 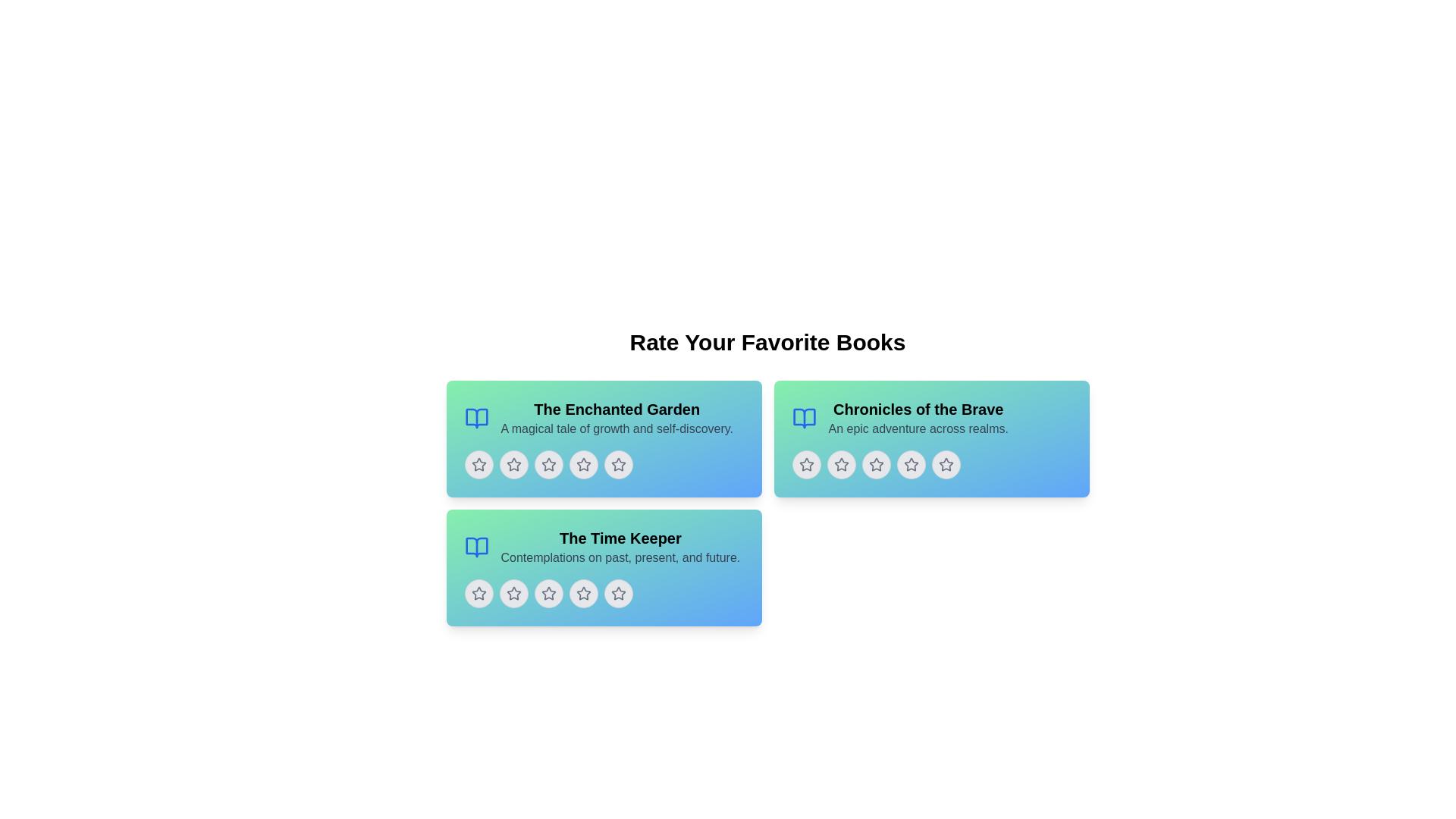 I want to click on the fourth star icon in the star-rating system beneath the title 'The Enchanted Garden', so click(x=618, y=464).